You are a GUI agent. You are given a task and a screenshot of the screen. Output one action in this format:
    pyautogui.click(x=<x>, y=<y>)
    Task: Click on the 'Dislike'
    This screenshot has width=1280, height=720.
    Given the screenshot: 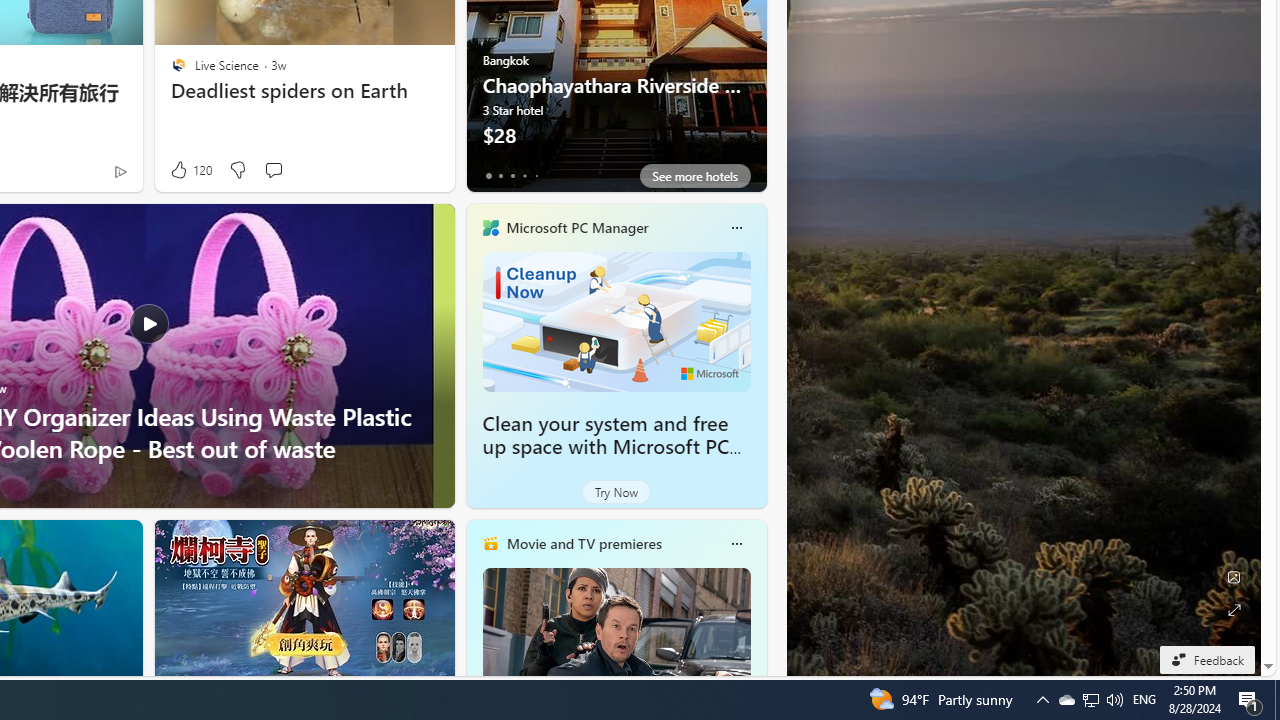 What is the action you would take?
    pyautogui.click(x=237, y=169)
    